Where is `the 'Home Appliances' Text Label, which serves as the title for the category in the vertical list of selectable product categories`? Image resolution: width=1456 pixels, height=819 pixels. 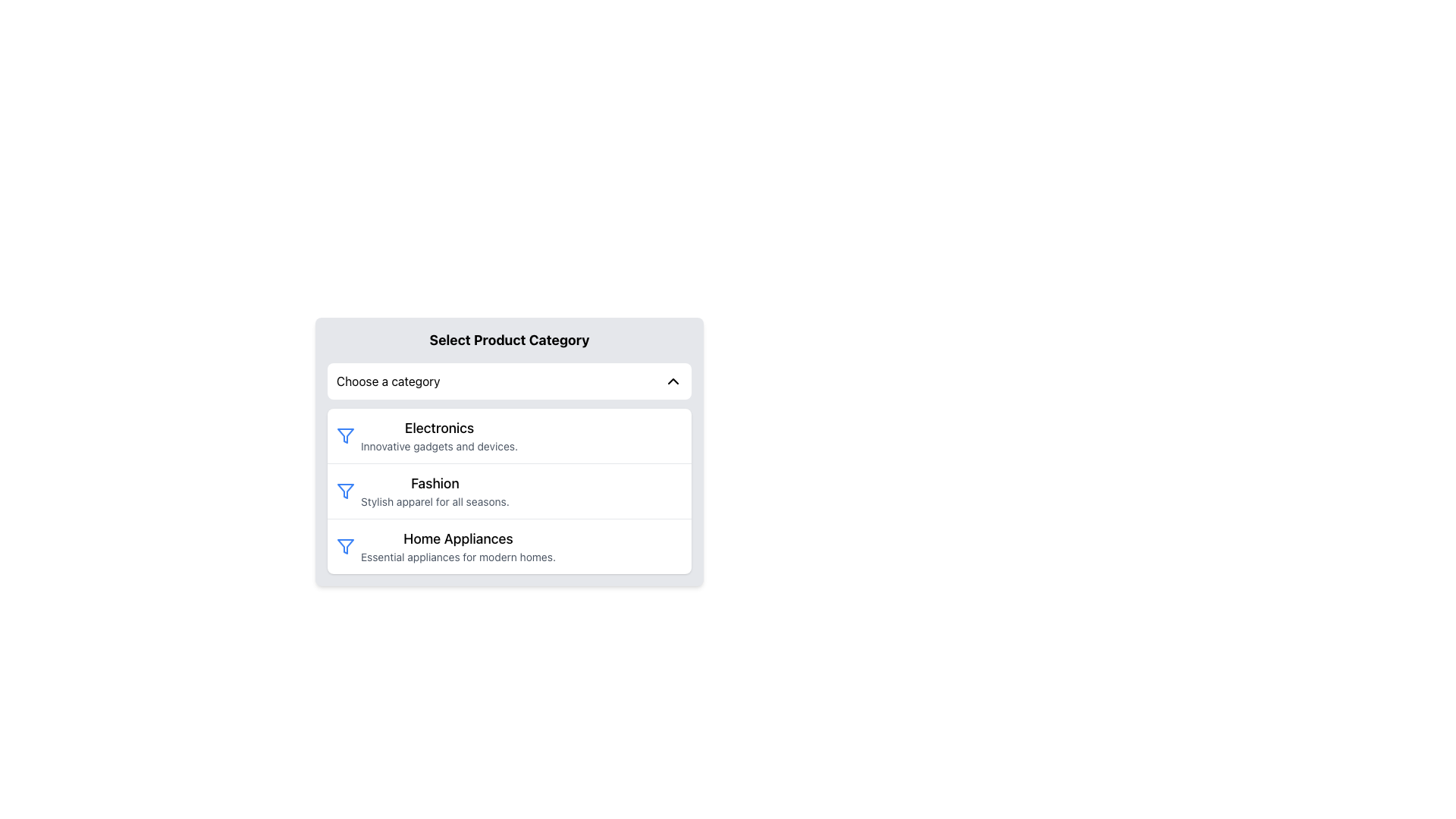
the 'Home Appliances' Text Label, which serves as the title for the category in the vertical list of selectable product categories is located at coordinates (457, 538).